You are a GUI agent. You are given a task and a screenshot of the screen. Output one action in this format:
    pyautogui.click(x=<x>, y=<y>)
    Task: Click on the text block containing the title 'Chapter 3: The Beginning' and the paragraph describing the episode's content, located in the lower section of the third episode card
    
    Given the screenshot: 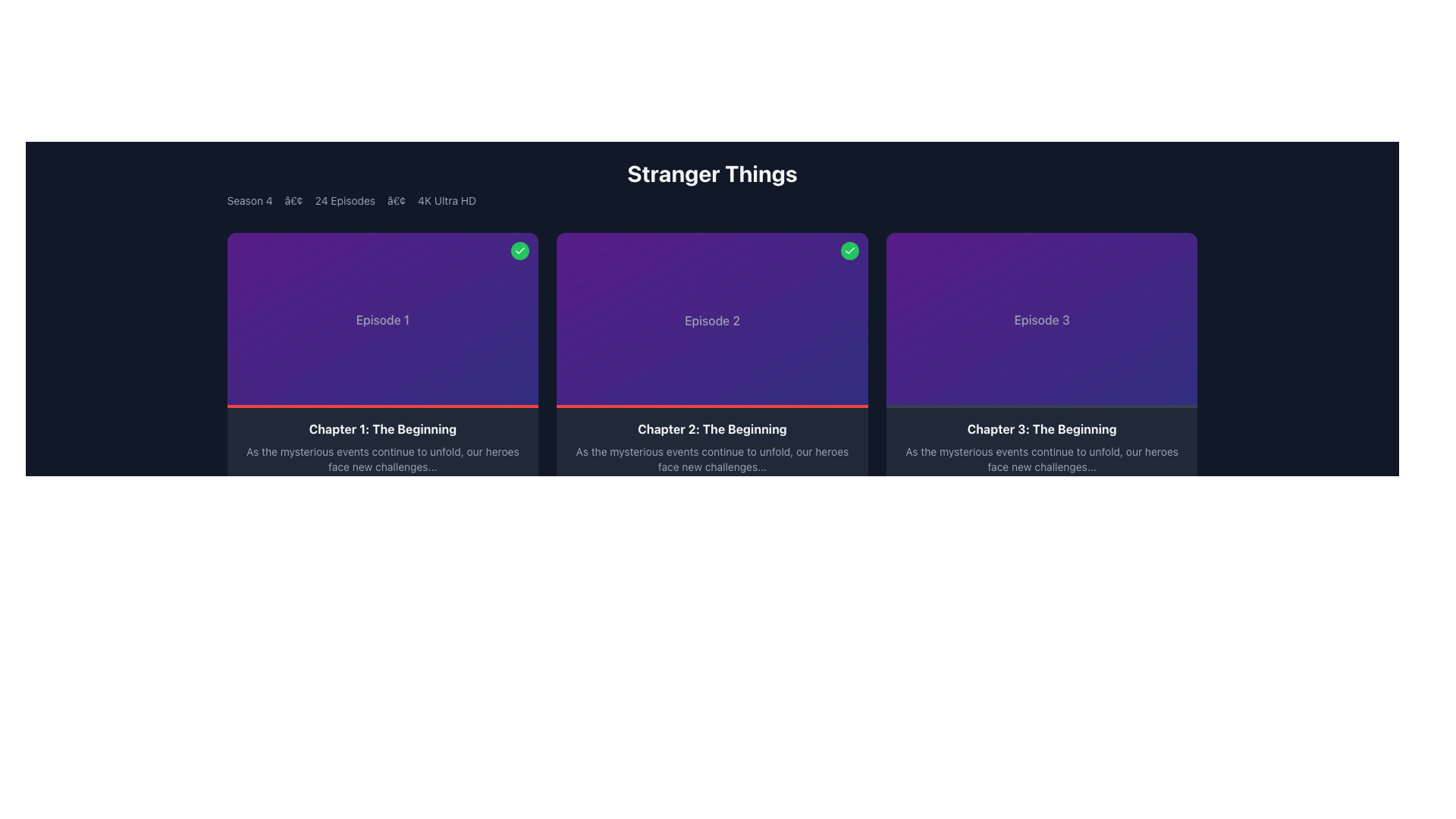 What is the action you would take?
    pyautogui.click(x=1041, y=464)
    